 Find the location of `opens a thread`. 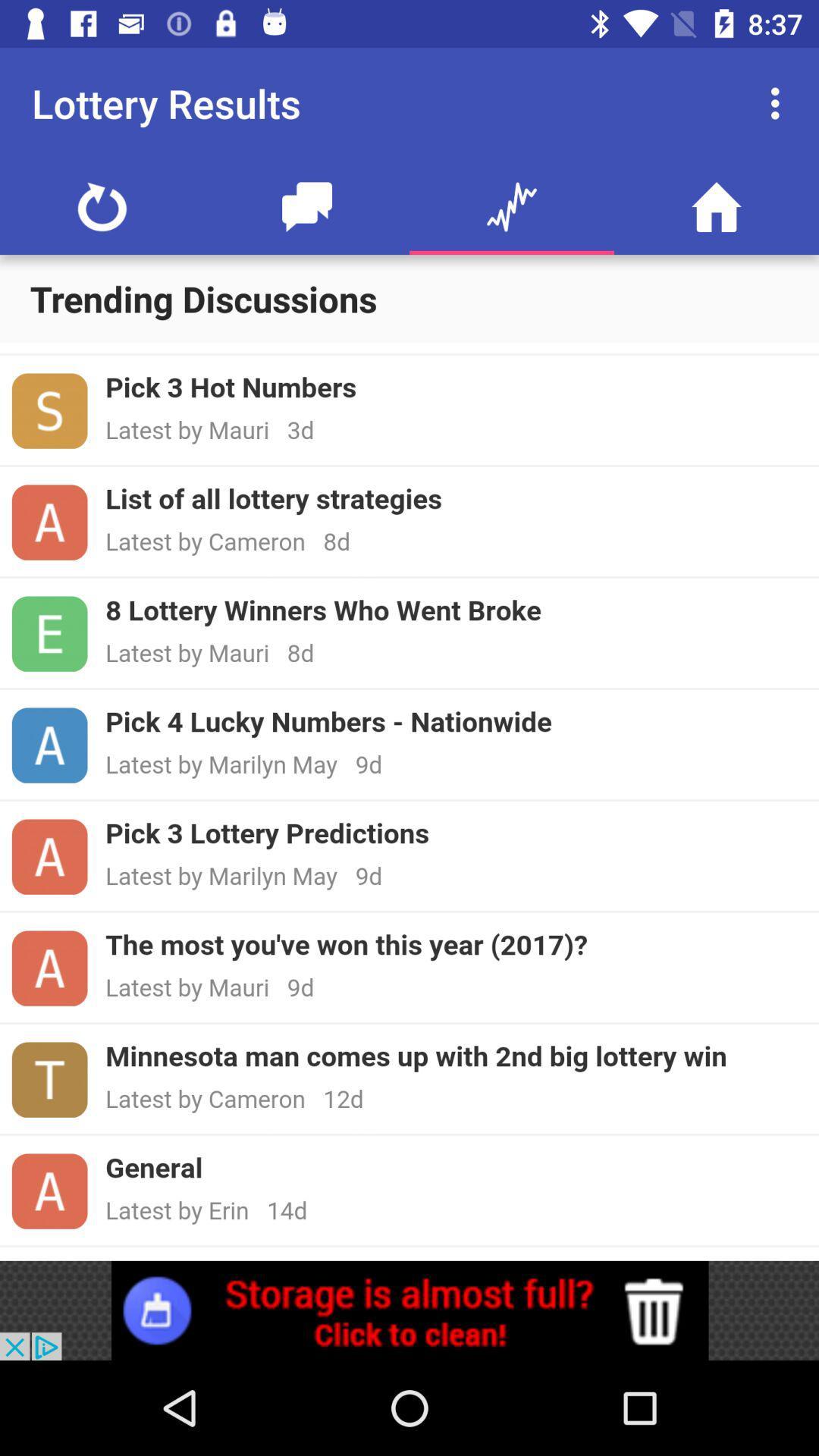

opens a thread is located at coordinates (409, 801).